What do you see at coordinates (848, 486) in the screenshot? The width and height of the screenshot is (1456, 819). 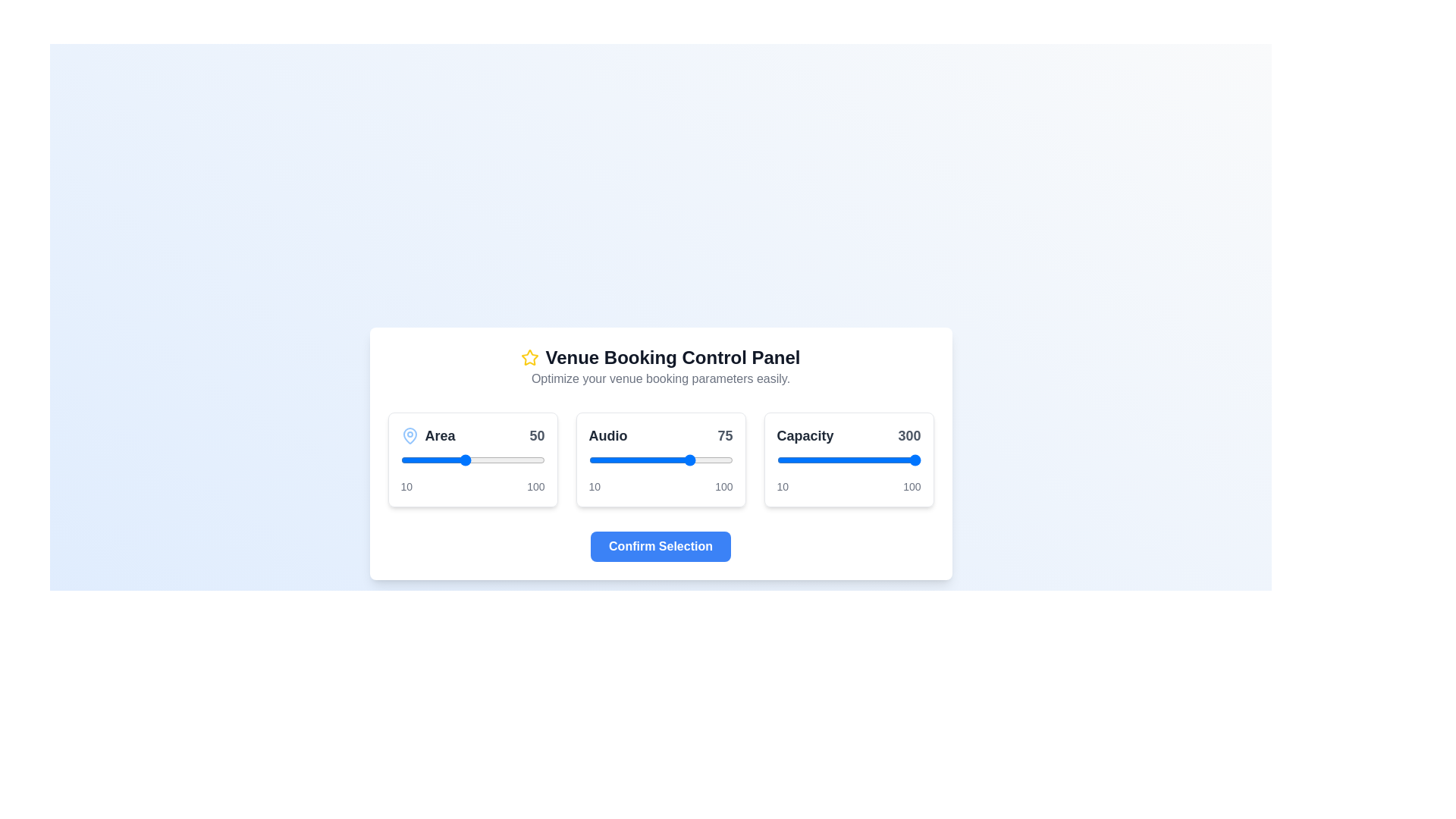 I see `the Text label group displaying '10' and '100' which is located below the capacity slider and above the 'Confirm Selection' button in the 'Capacity' box` at bounding box center [848, 486].